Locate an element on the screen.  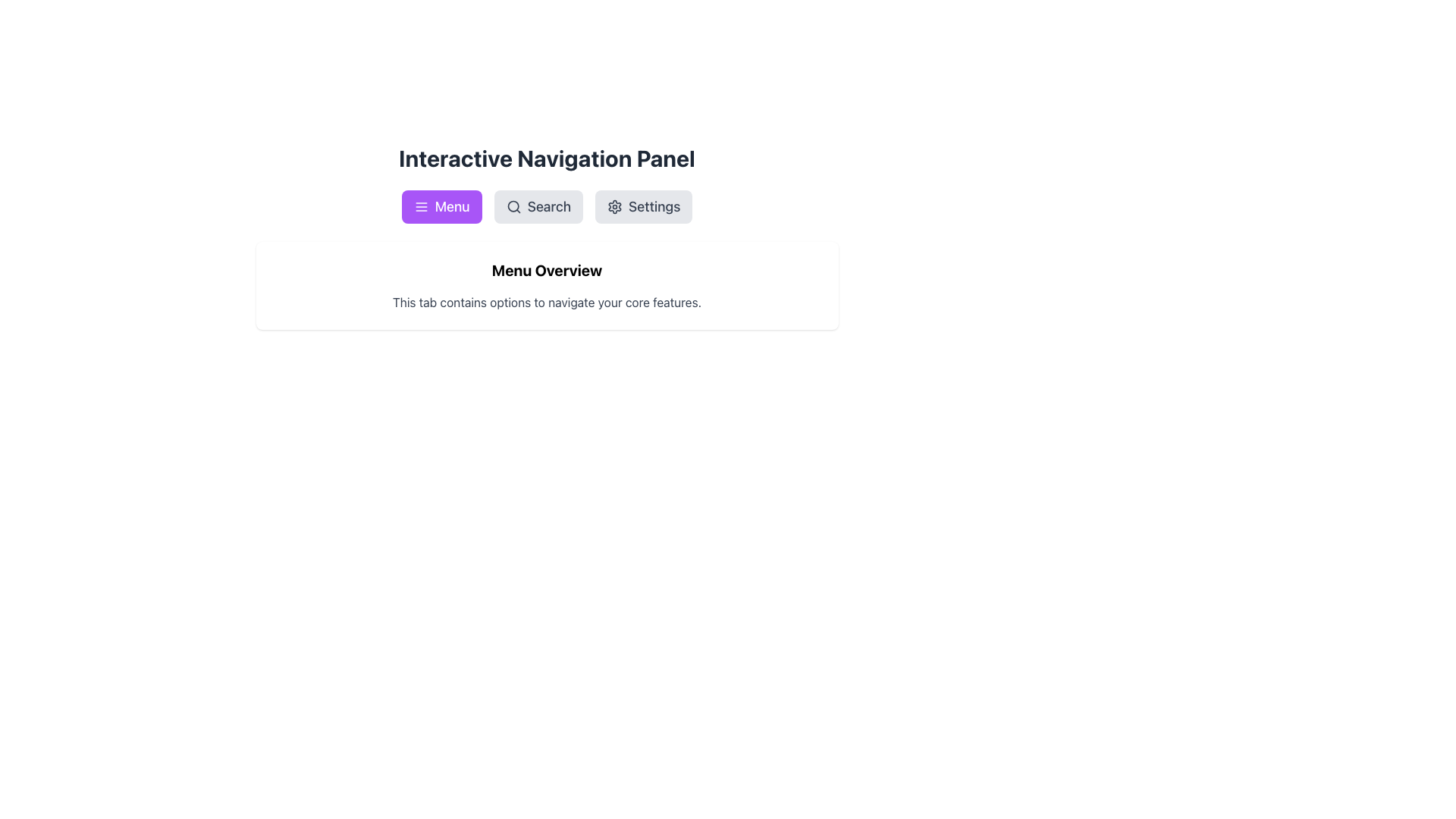
the 'Menu' button, which is a vibrant purple rectangular button with white text, located is located at coordinates (441, 207).